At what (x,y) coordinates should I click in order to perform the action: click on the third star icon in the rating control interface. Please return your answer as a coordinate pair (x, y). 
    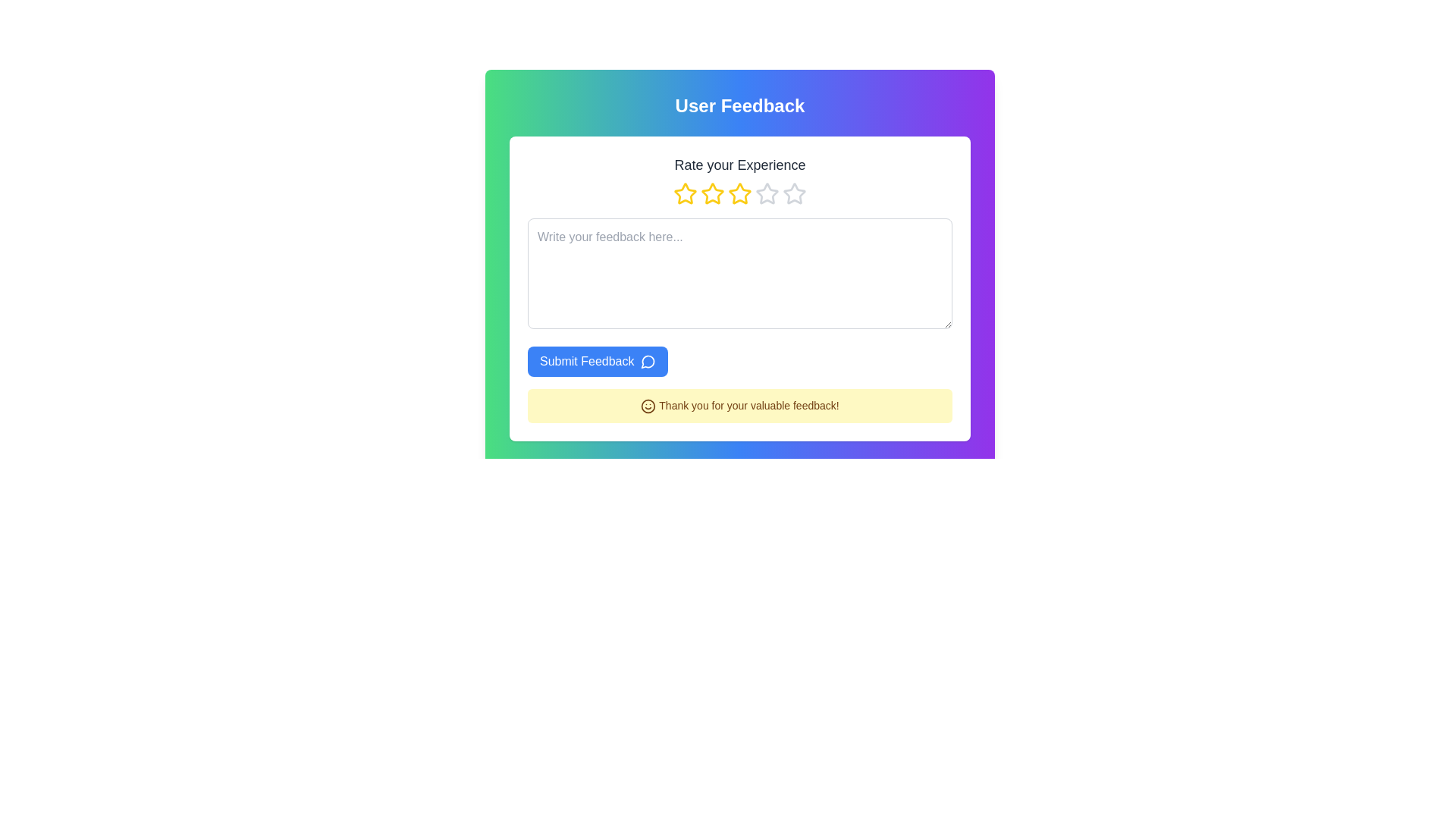
    Looking at the image, I should click on (712, 193).